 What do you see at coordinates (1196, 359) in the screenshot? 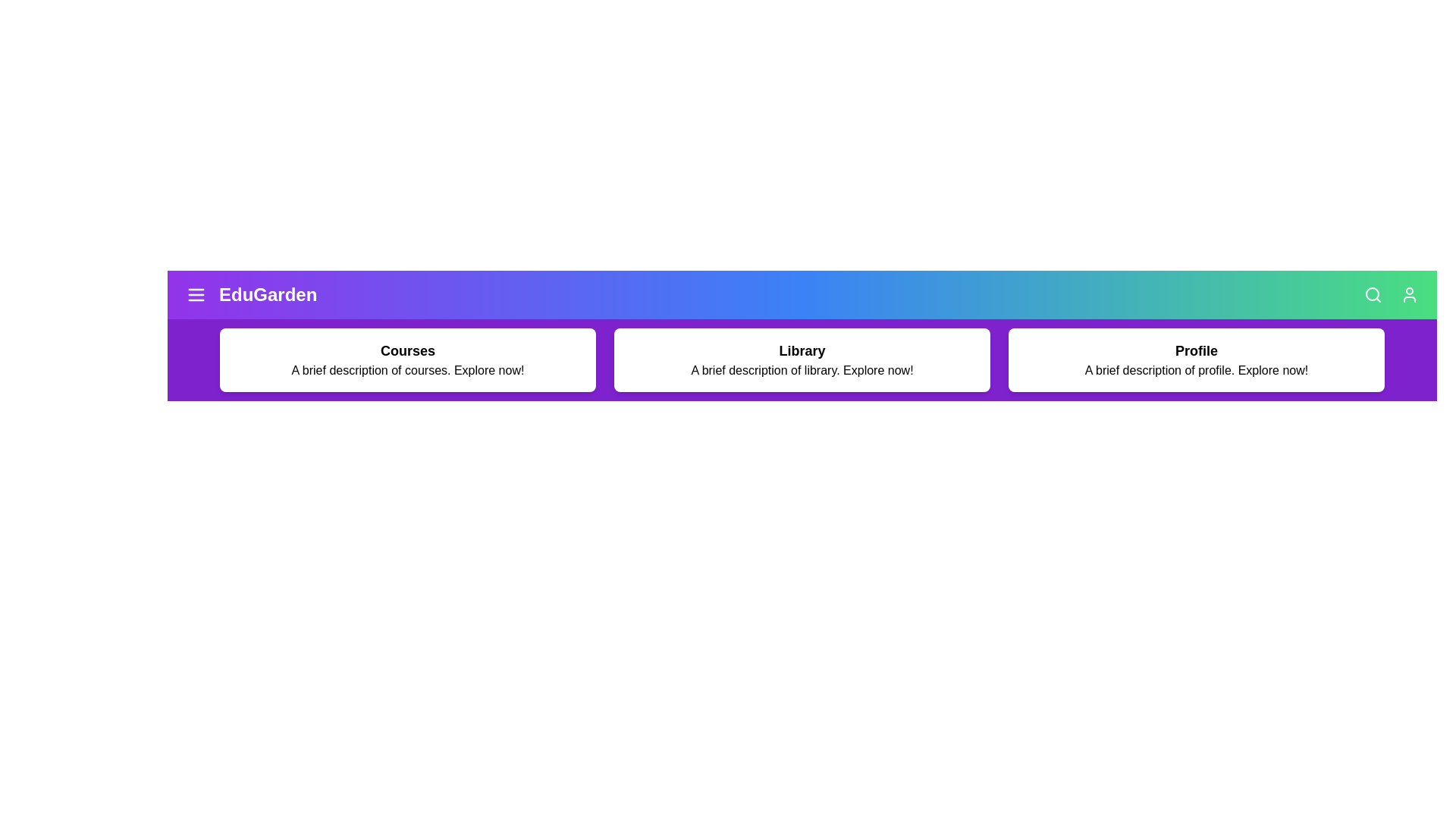
I see `the 'Profile' card to explore profile options` at bounding box center [1196, 359].